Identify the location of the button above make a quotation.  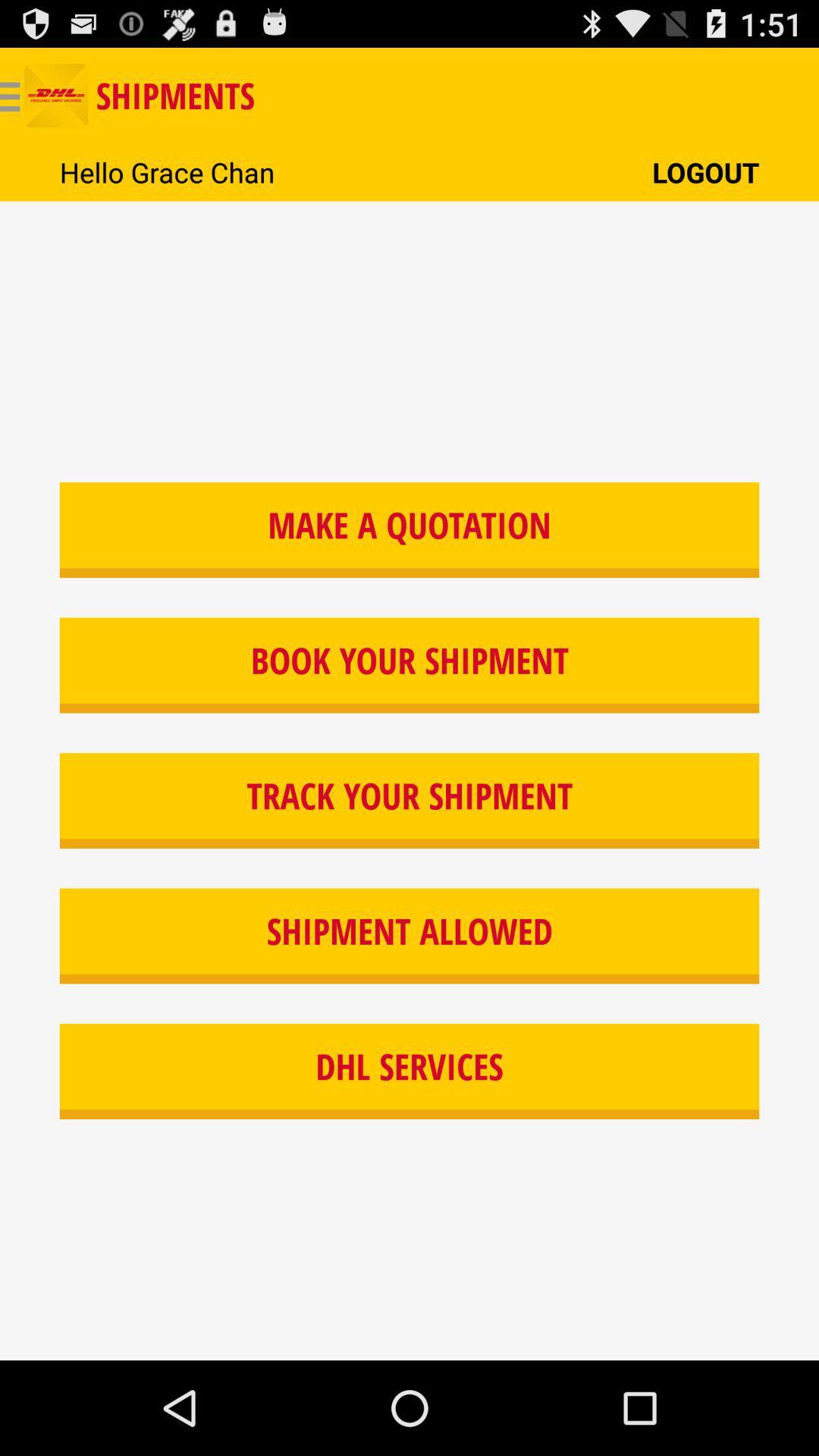
(705, 172).